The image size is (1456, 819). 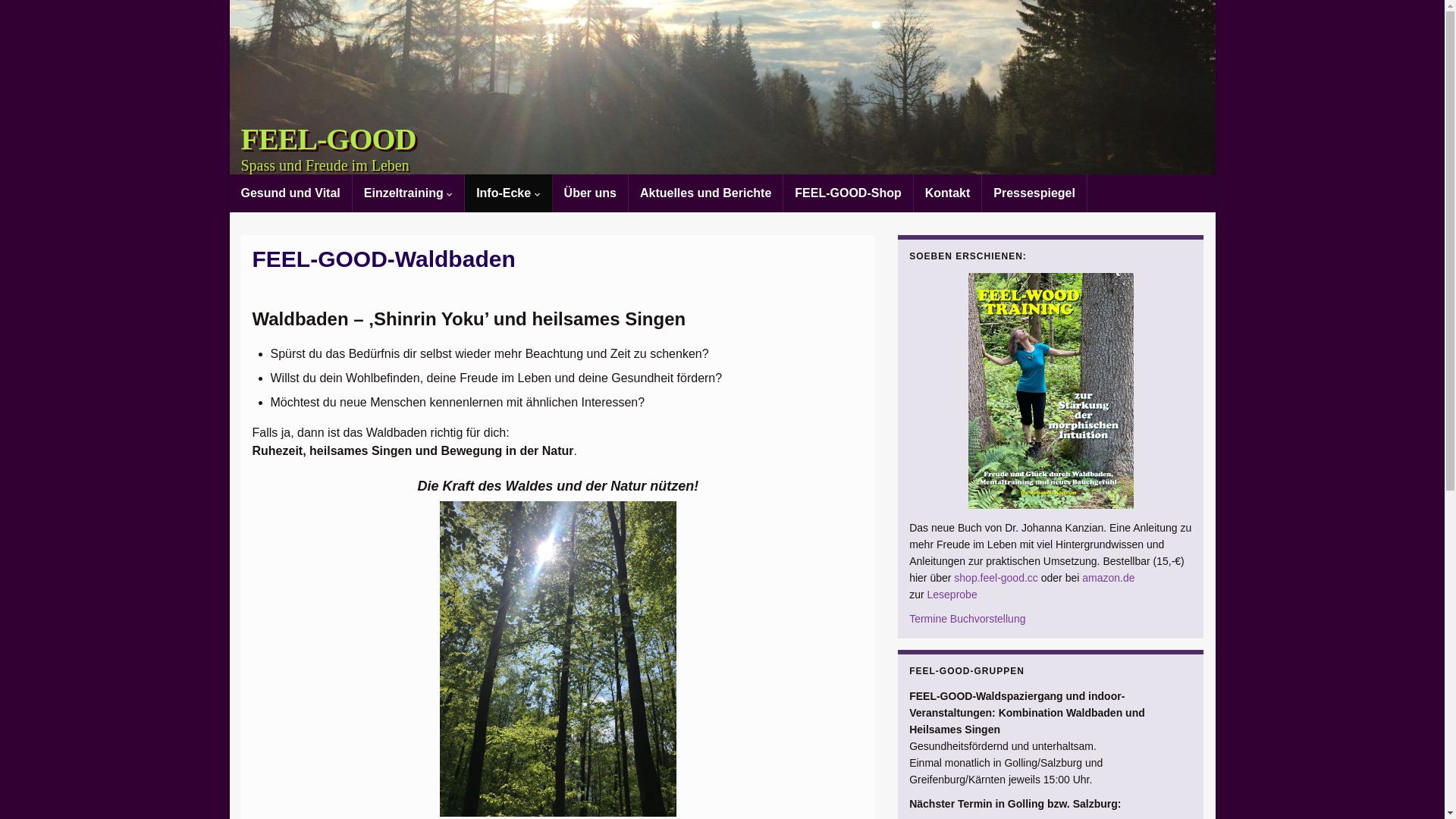 I want to click on 'amazon.de', so click(x=1081, y=578).